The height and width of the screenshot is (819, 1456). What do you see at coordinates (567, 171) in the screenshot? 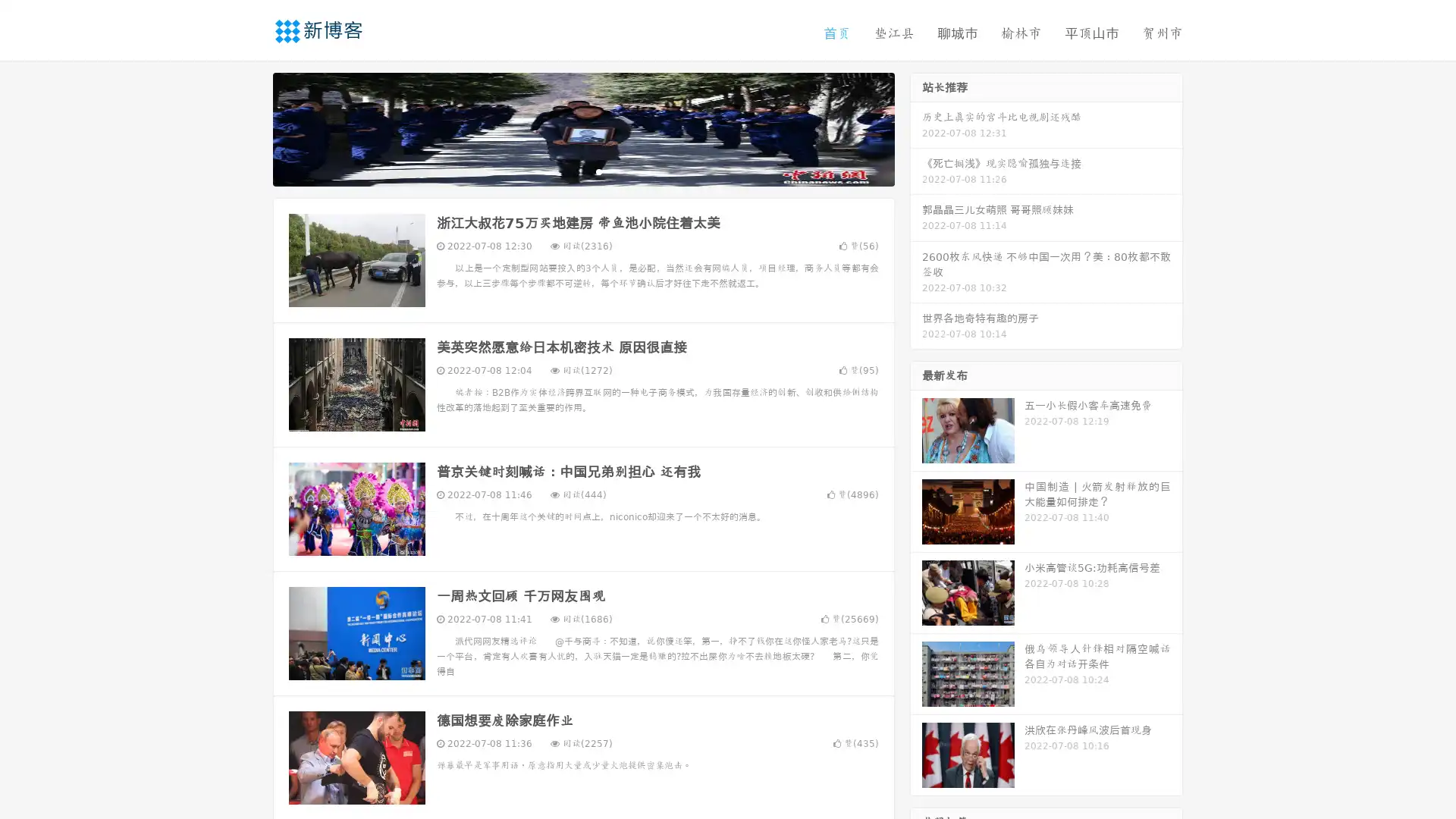
I see `Go to slide 1` at bounding box center [567, 171].